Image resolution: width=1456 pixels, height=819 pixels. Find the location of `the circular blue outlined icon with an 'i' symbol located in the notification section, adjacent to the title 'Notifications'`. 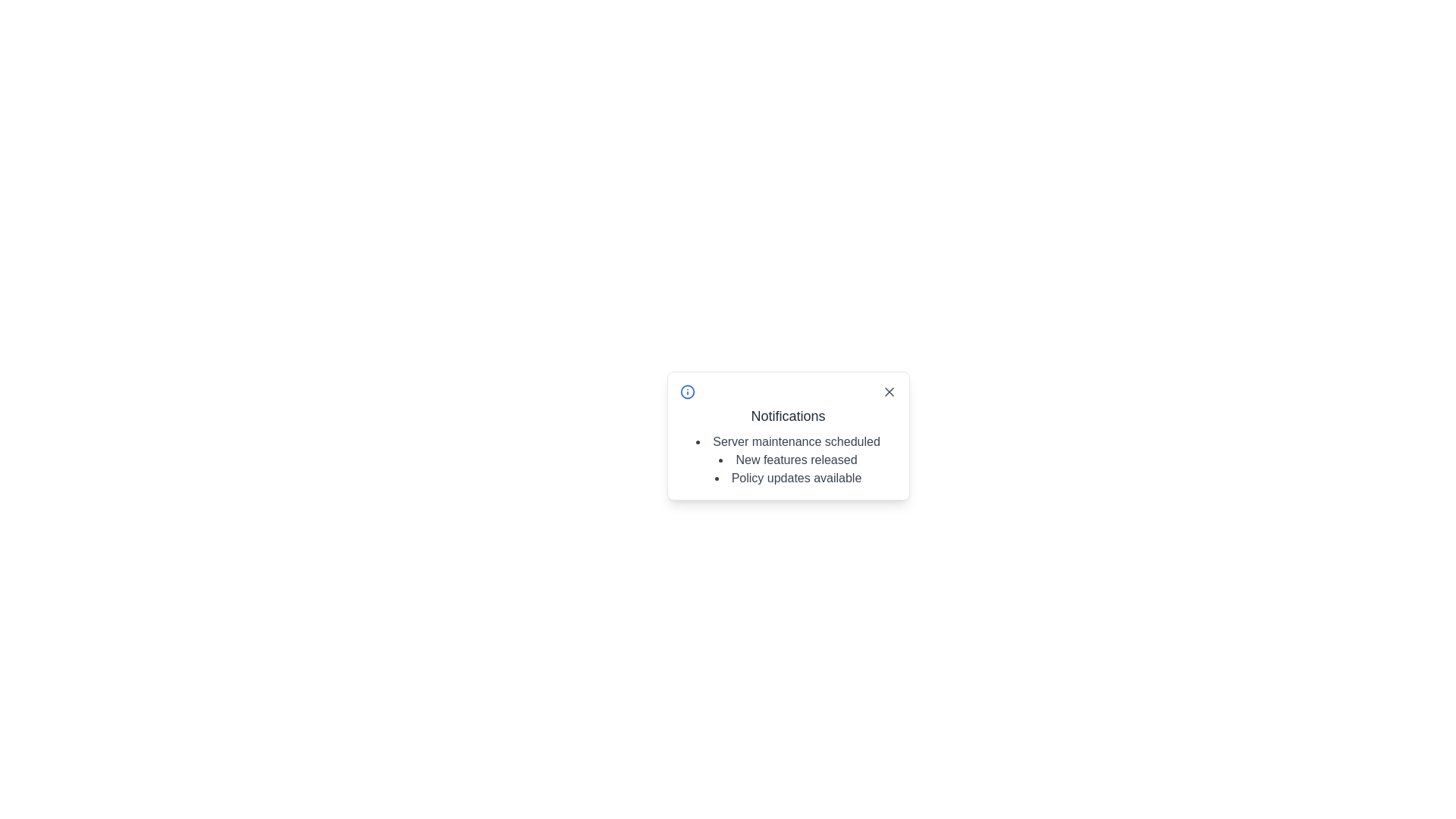

the circular blue outlined icon with an 'i' symbol located in the notification section, adjacent to the title 'Notifications' is located at coordinates (686, 391).